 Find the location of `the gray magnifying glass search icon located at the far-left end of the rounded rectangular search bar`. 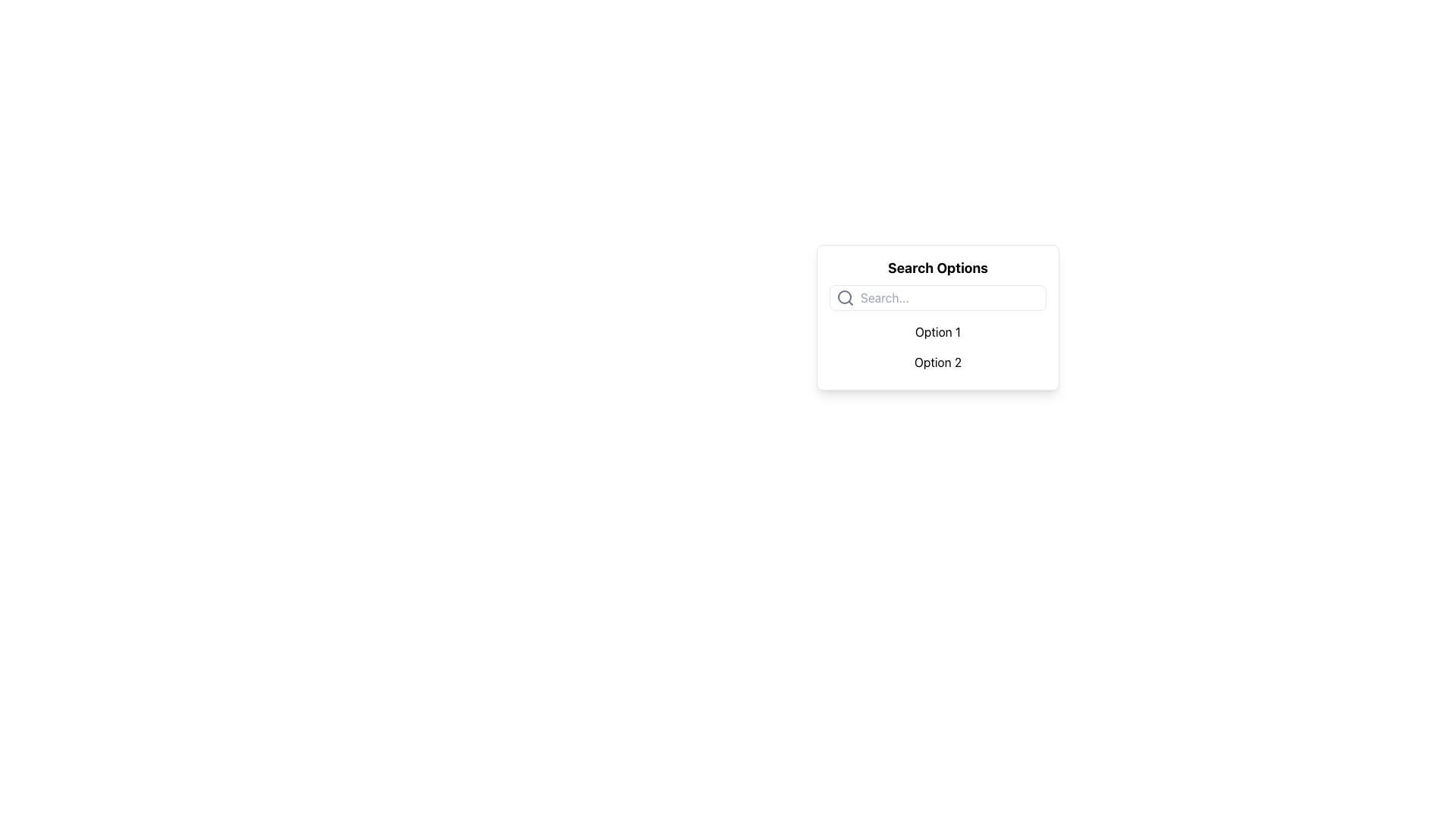

the gray magnifying glass search icon located at the far-left end of the rounded rectangular search bar is located at coordinates (844, 298).